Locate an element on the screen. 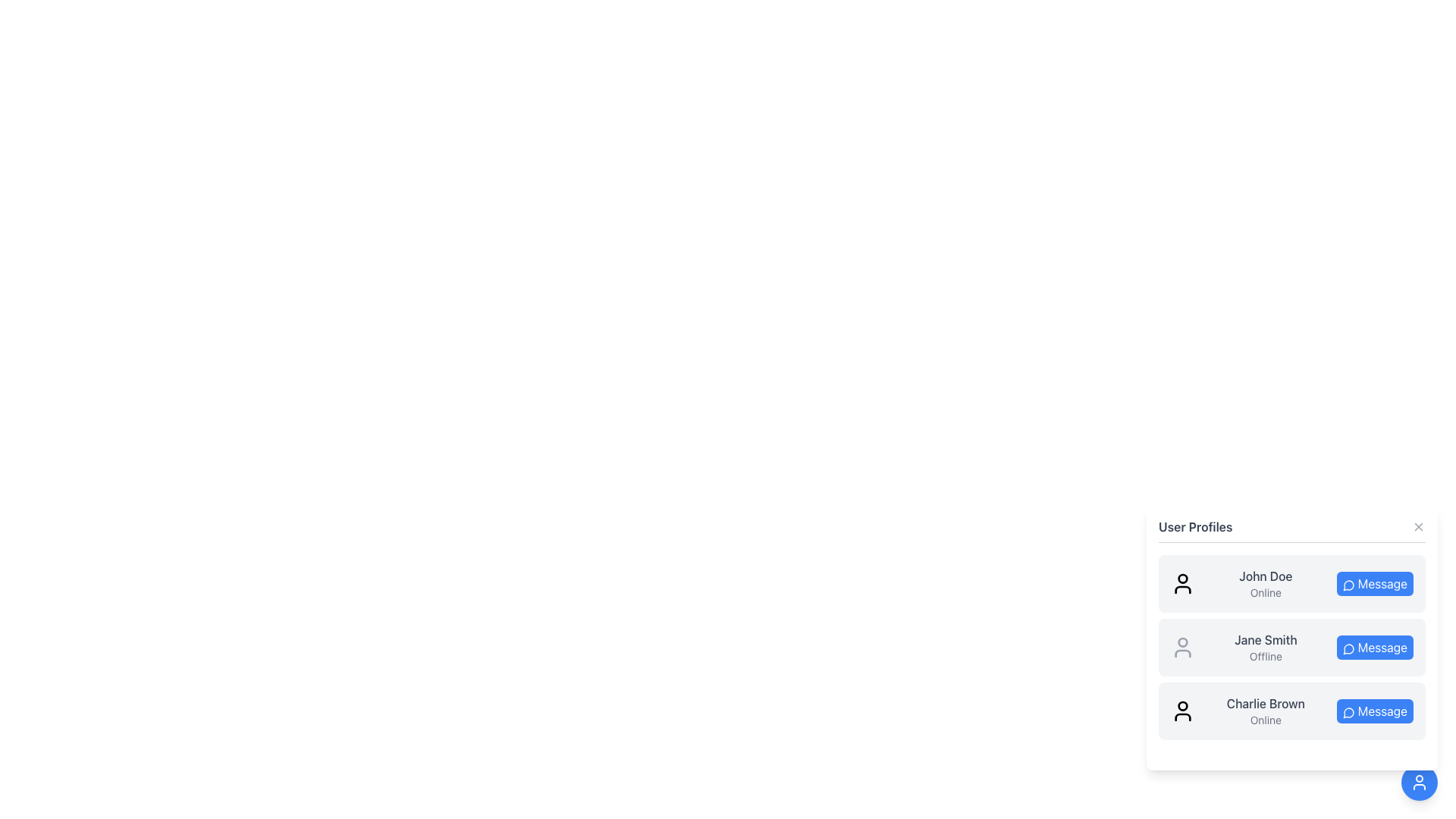 This screenshot has height=819, width=1456. the button located in the bottom right of Charlie Brown's profile to send a message is located at coordinates (1375, 711).